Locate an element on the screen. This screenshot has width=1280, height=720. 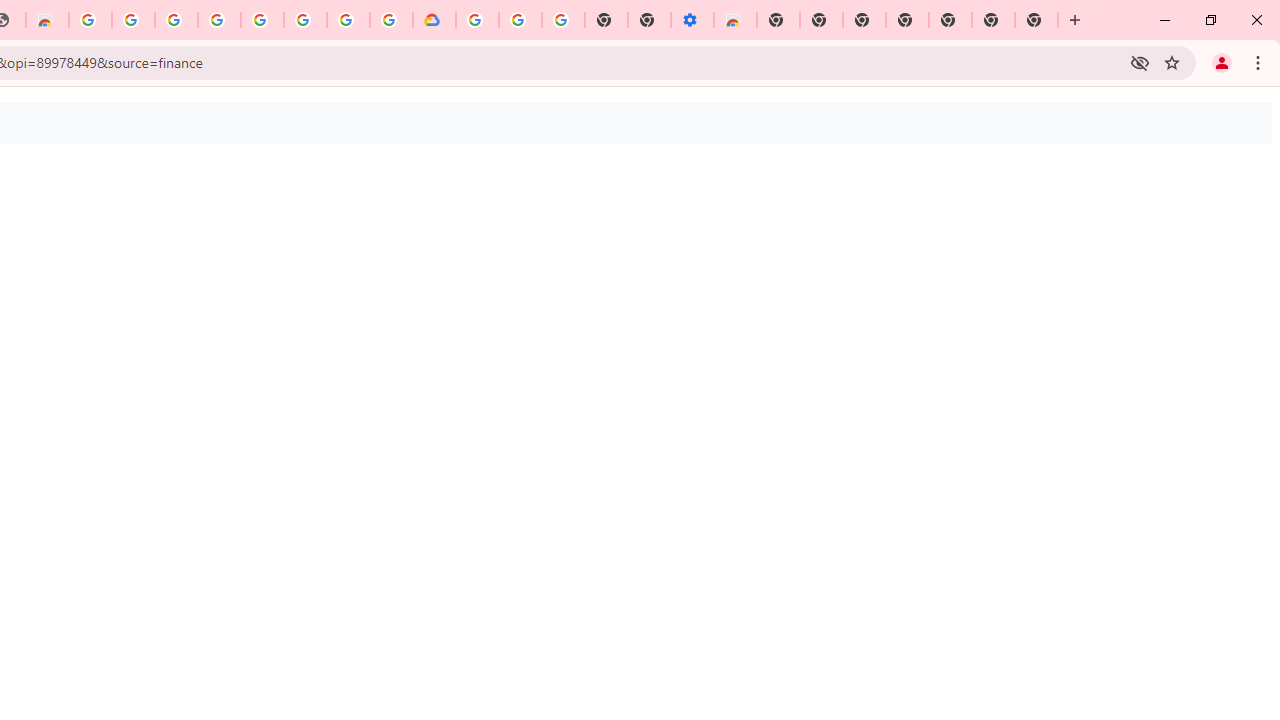
'Sign in - Google Accounts' is located at coordinates (219, 20).